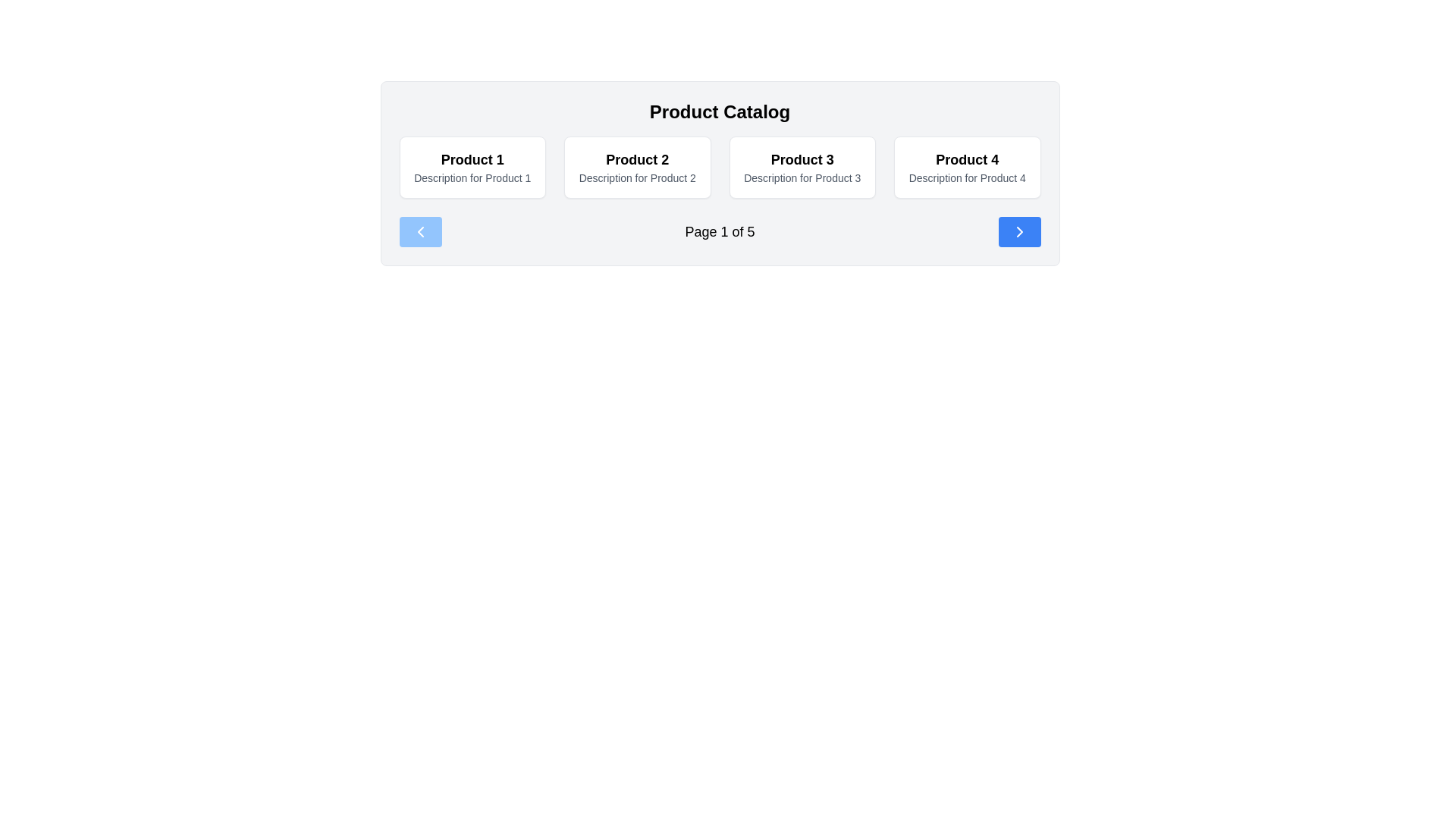 This screenshot has height=819, width=1456. Describe the element at coordinates (966, 177) in the screenshot. I see `the text label providing a brief description of 'Product 4', which is located directly under the title 'Product 4' within its product card` at that location.